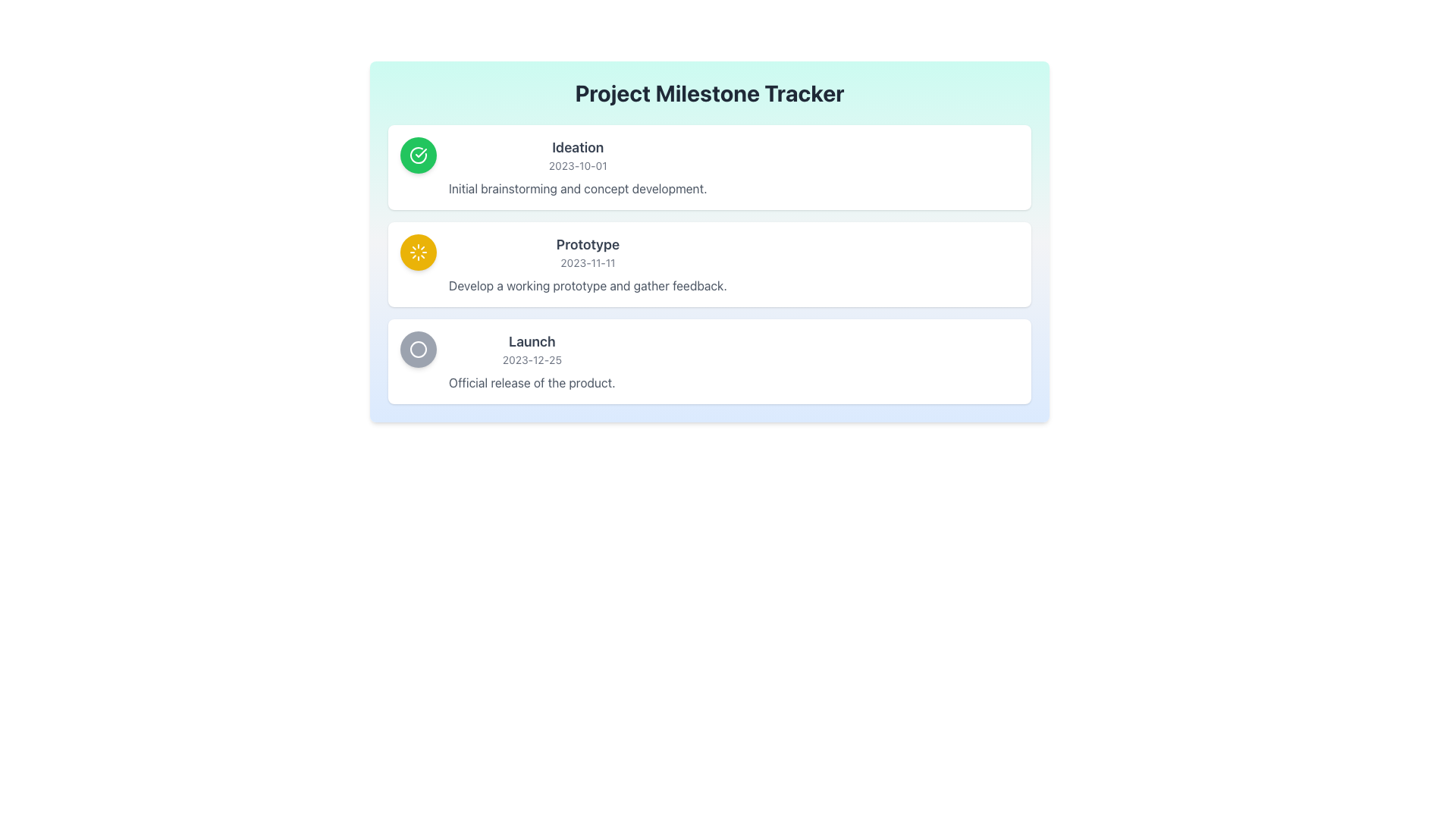 The width and height of the screenshot is (1456, 819). Describe the element at coordinates (532, 362) in the screenshot. I see `textual content of the third card in the 'Project Milestone Tracker' section, which contains information about a milestone including its name, date, and a brief note` at that location.